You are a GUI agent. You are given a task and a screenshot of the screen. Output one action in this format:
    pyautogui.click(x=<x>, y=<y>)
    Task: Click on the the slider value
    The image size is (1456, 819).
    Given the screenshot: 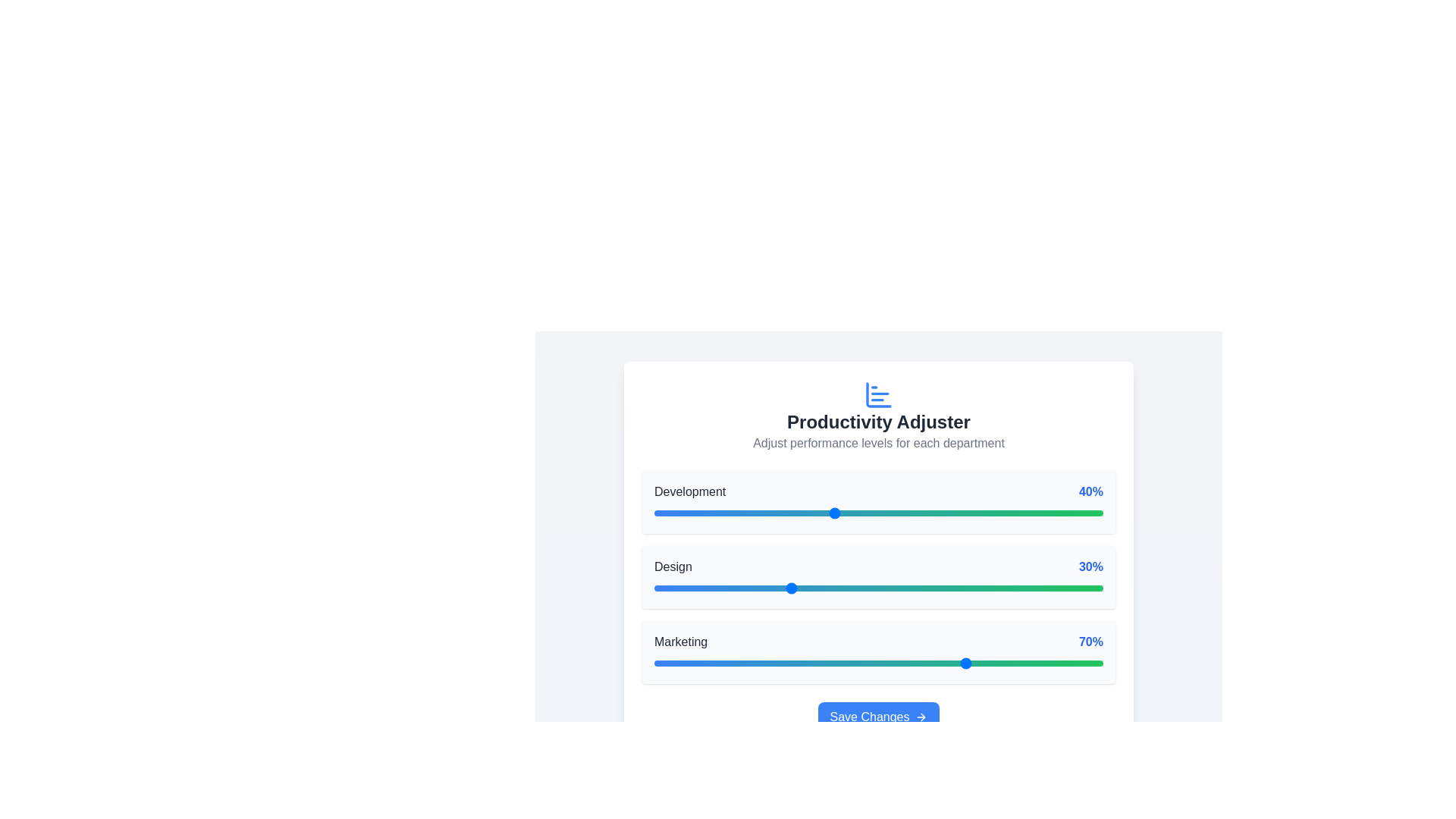 What is the action you would take?
    pyautogui.click(x=815, y=663)
    